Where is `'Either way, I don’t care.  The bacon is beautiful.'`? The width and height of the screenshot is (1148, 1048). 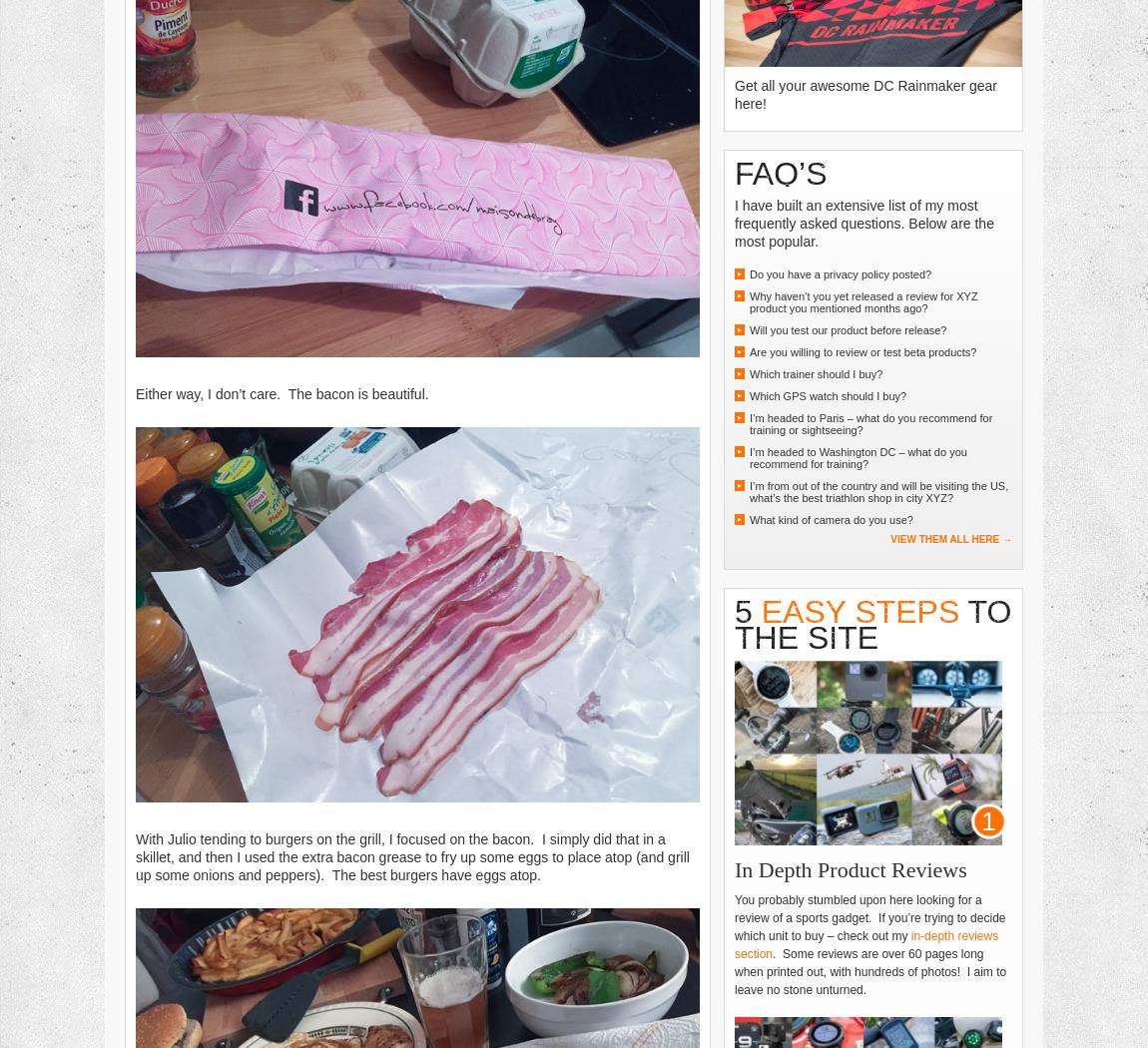
'Either way, I don’t care.  The bacon is beautiful.' is located at coordinates (135, 392).